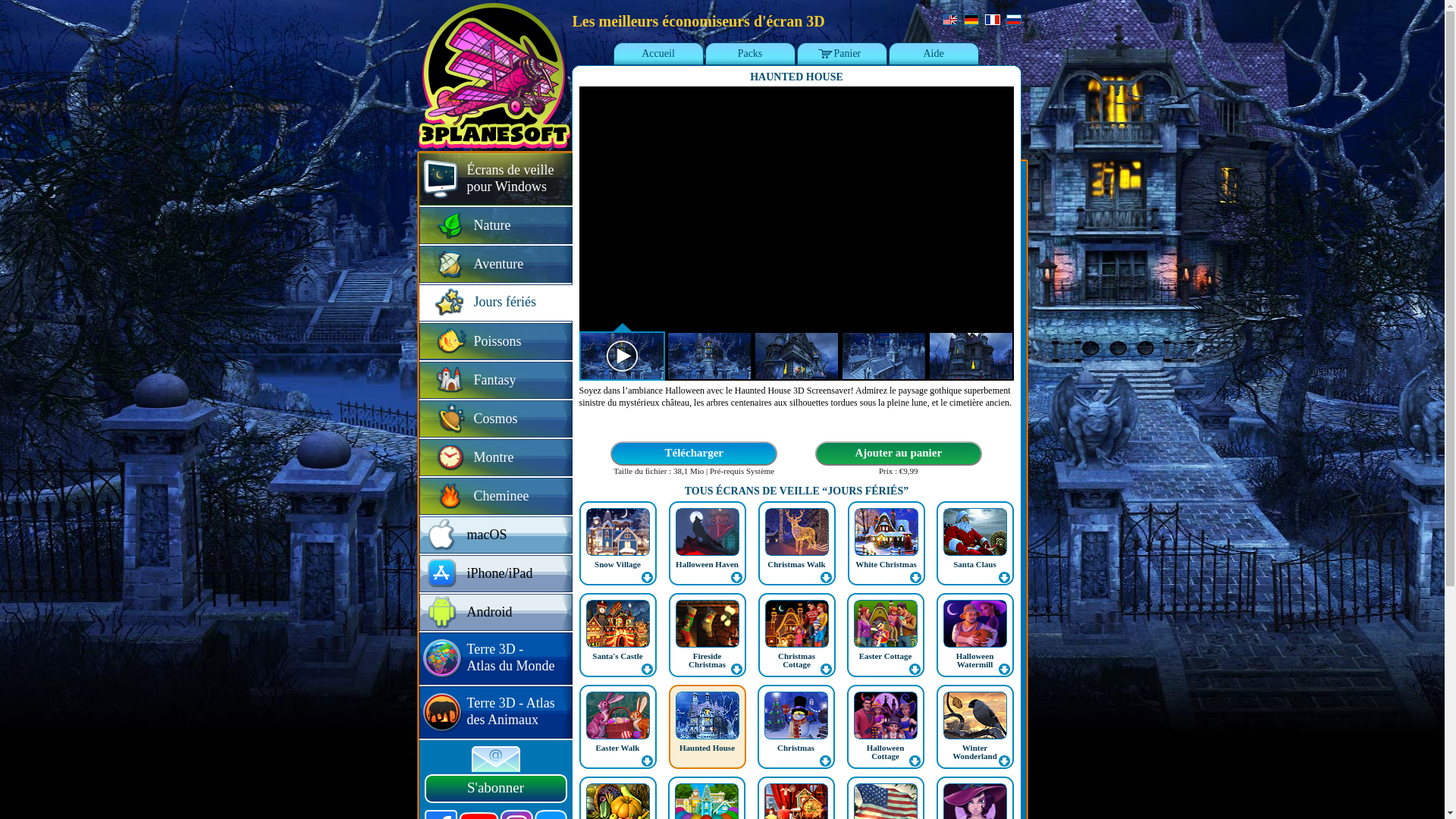 This screenshot has width=1456, height=819. What do you see at coordinates (855, 564) in the screenshot?
I see `'White Christmas'` at bounding box center [855, 564].